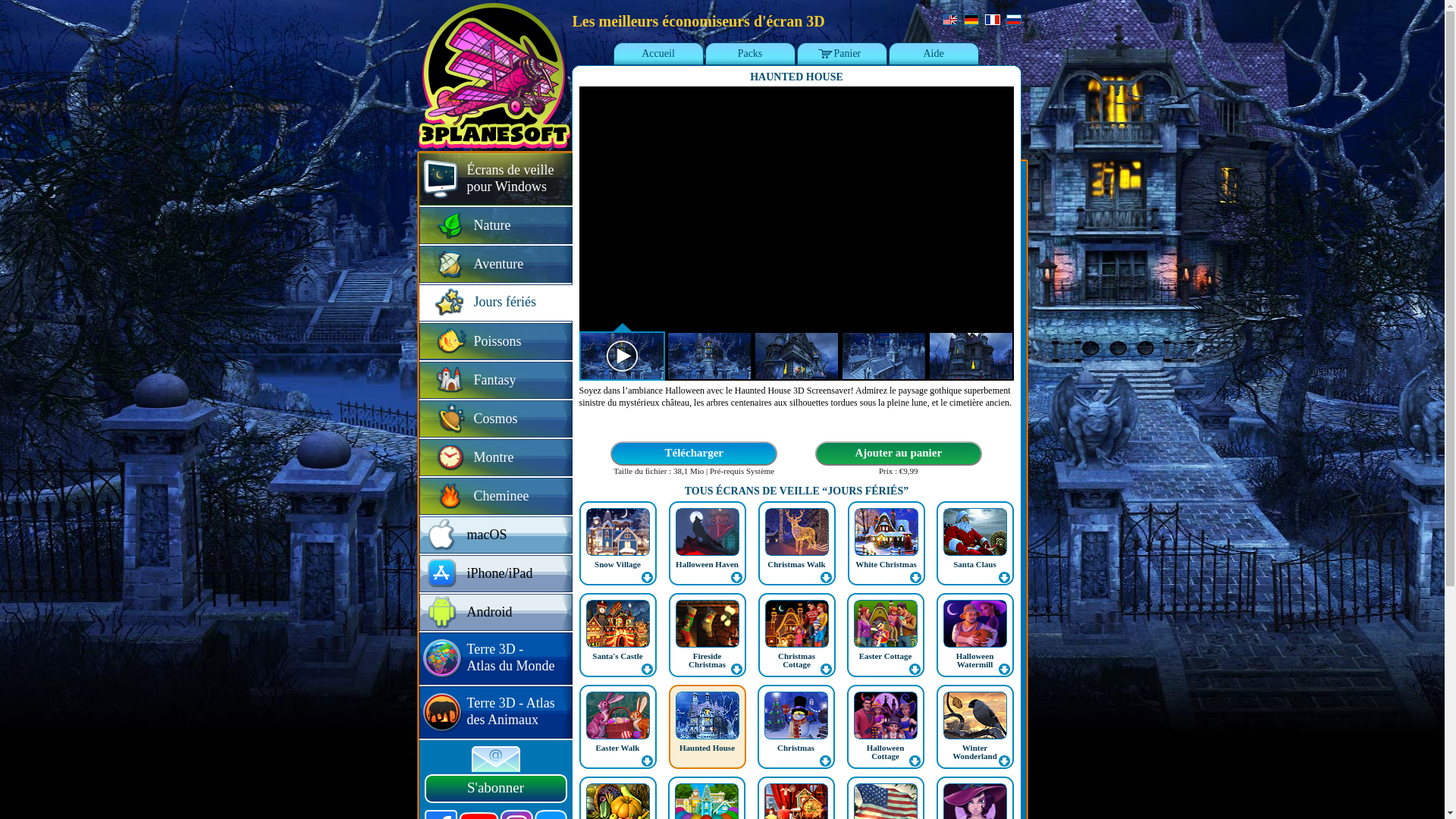 This screenshot has width=1456, height=819. What do you see at coordinates (855, 564) in the screenshot?
I see `'White Christmas'` at bounding box center [855, 564].